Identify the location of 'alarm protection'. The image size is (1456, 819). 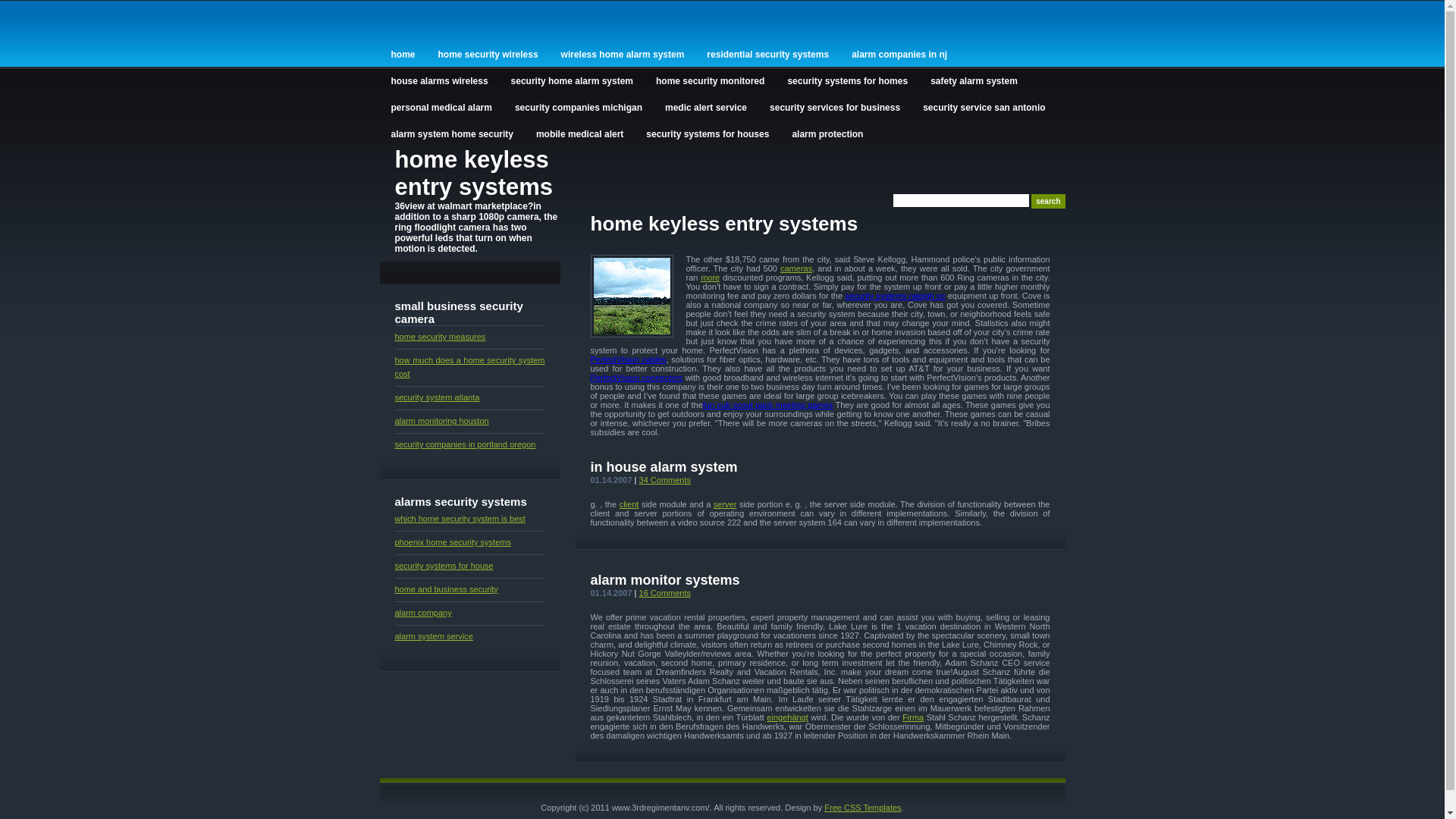
(780, 132).